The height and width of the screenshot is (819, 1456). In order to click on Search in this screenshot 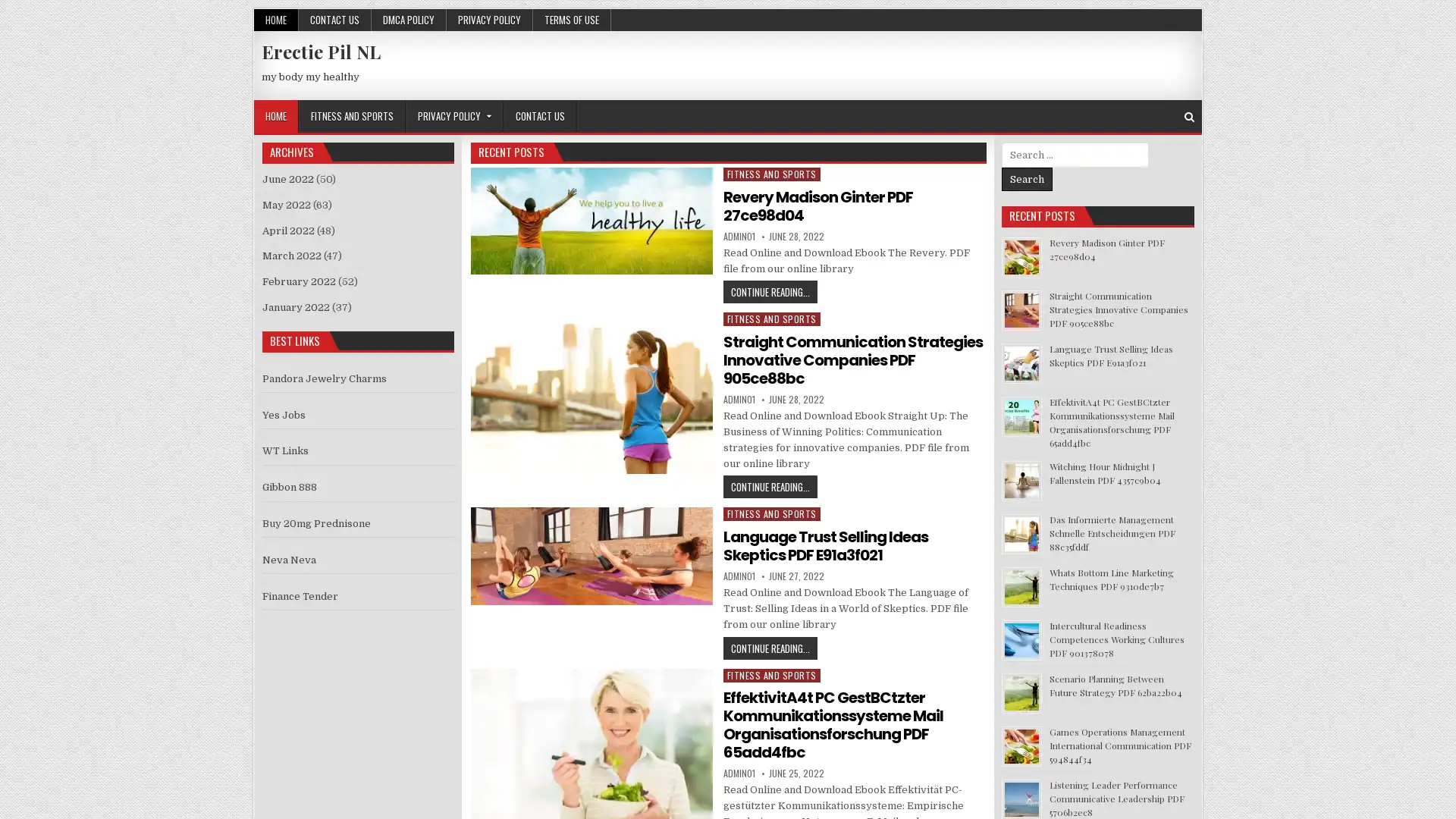, I will do `click(1027, 178)`.